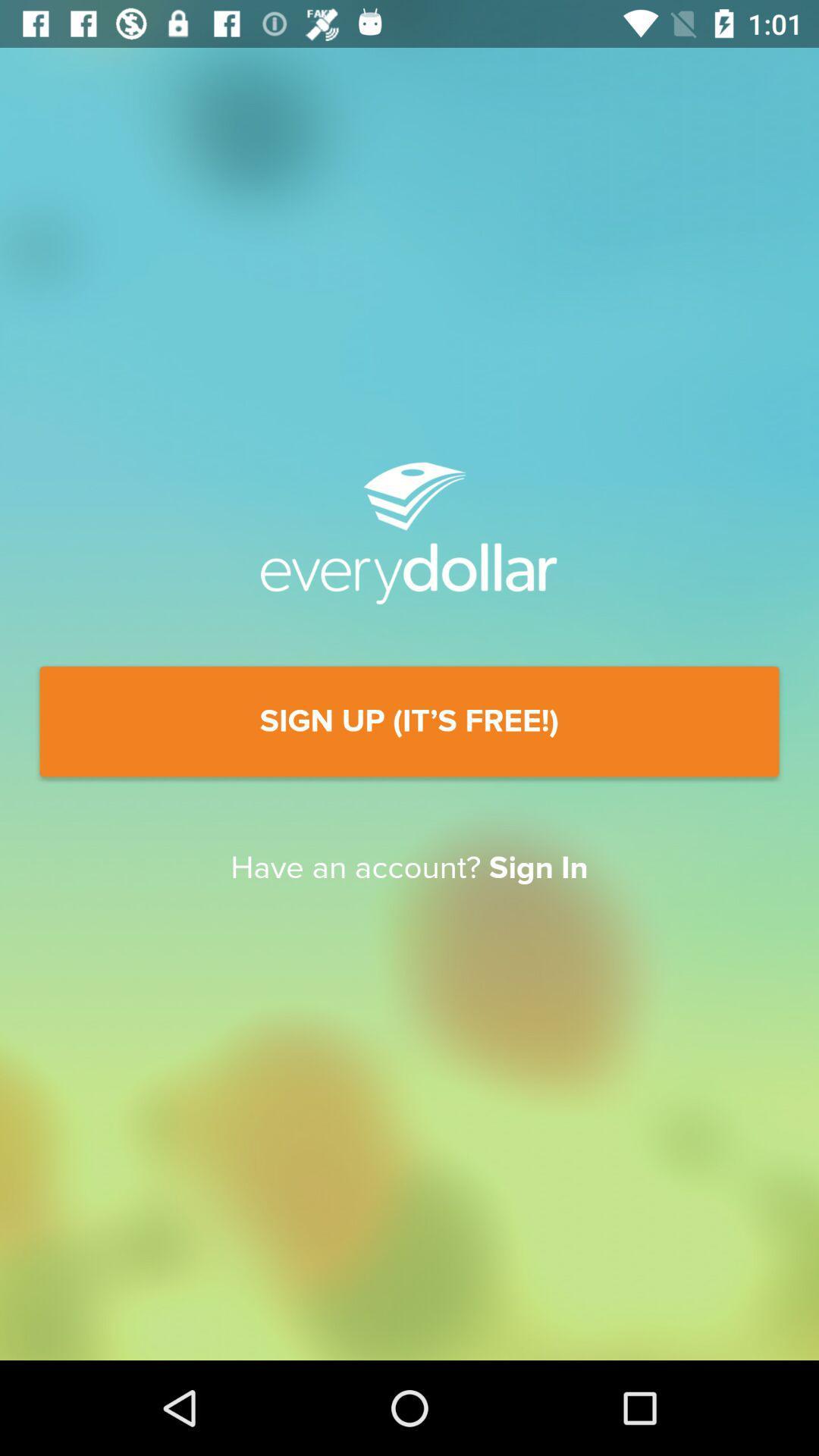 Image resolution: width=819 pixels, height=1456 pixels. What do you see at coordinates (409, 720) in the screenshot?
I see `the sign up it item` at bounding box center [409, 720].